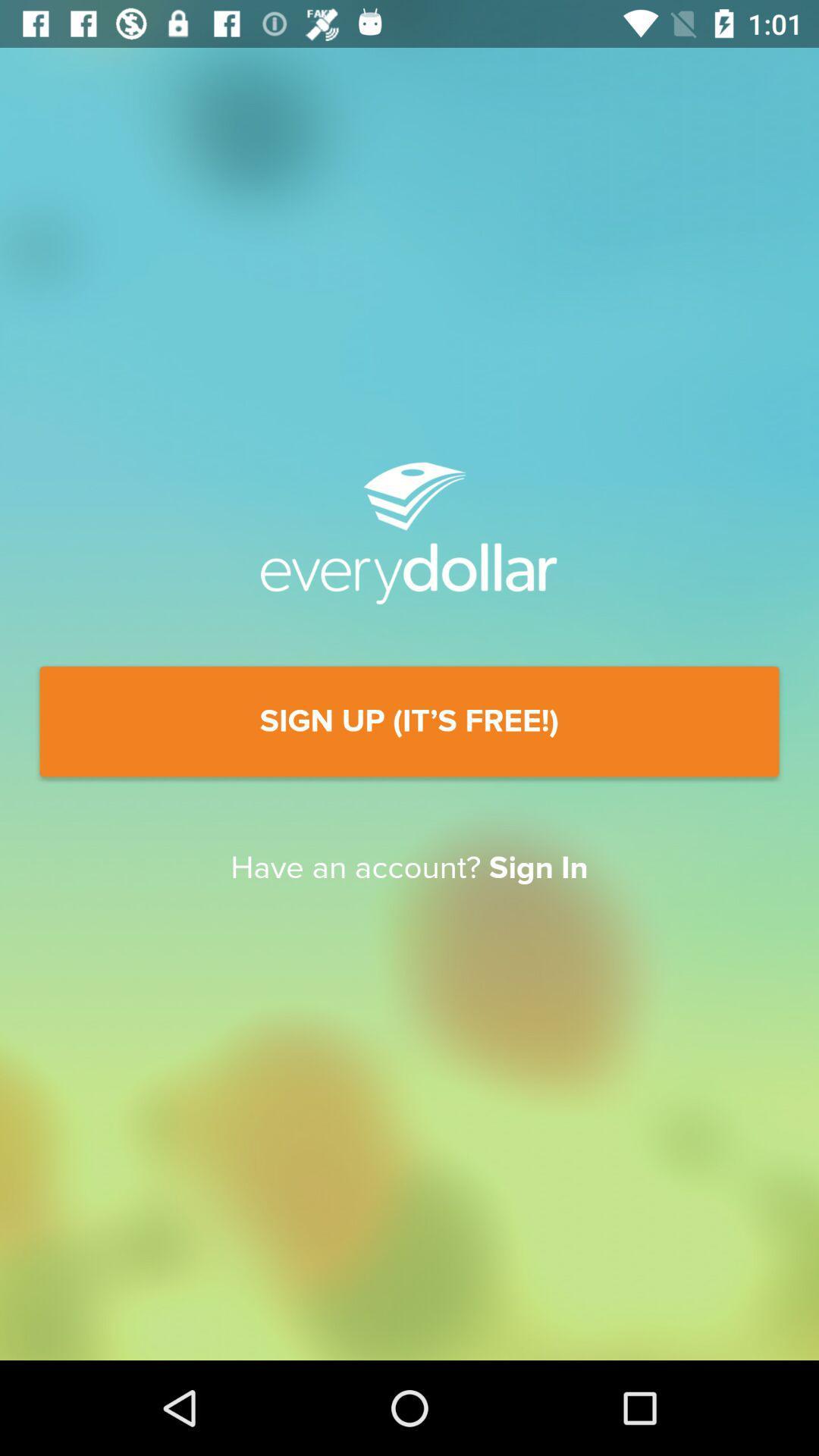 Image resolution: width=819 pixels, height=1456 pixels. What do you see at coordinates (409, 720) in the screenshot?
I see `the sign up it item` at bounding box center [409, 720].